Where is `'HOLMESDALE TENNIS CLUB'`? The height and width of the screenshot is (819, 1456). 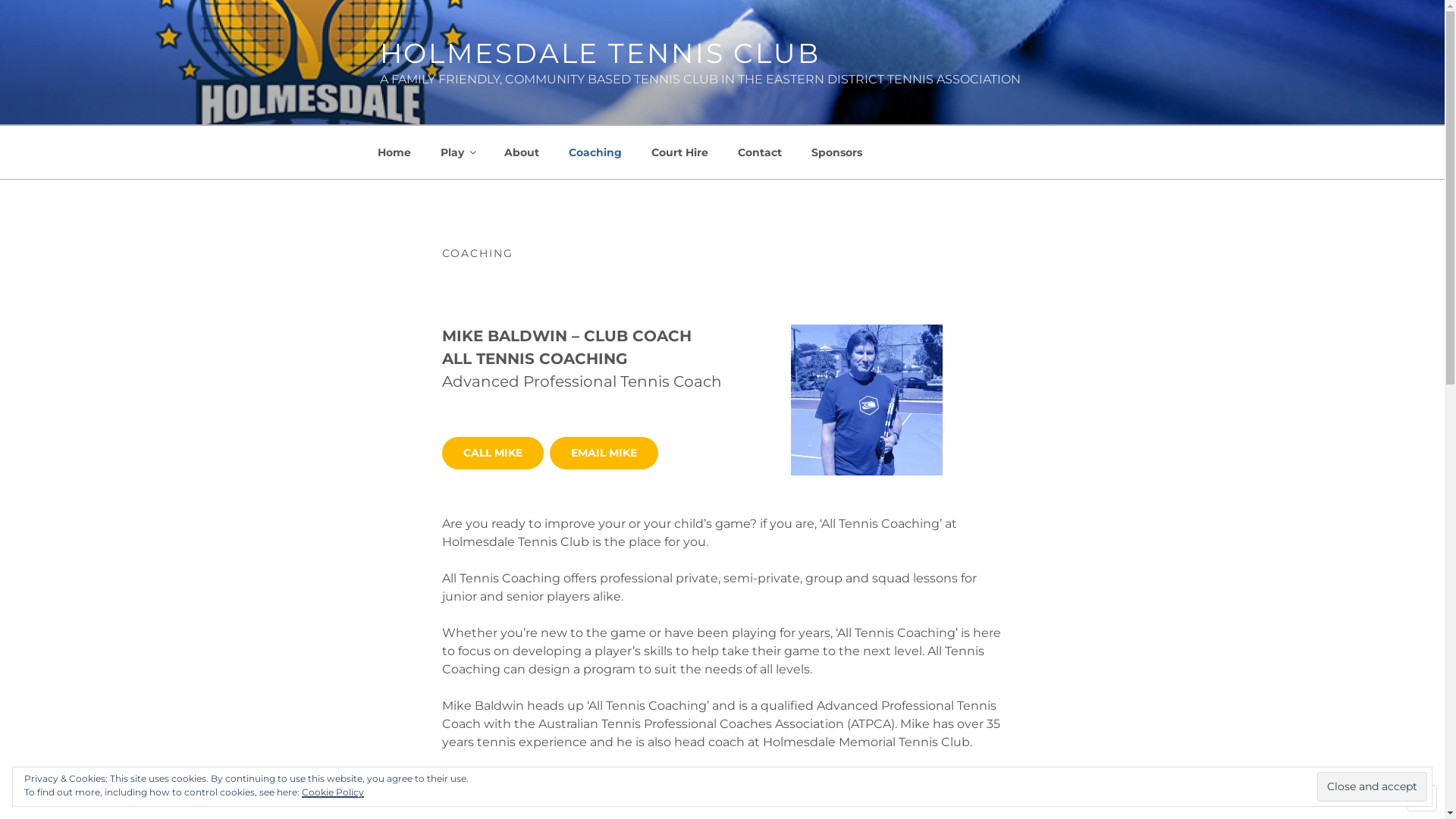 'HOLMESDALE TENNIS CLUB' is located at coordinates (598, 52).